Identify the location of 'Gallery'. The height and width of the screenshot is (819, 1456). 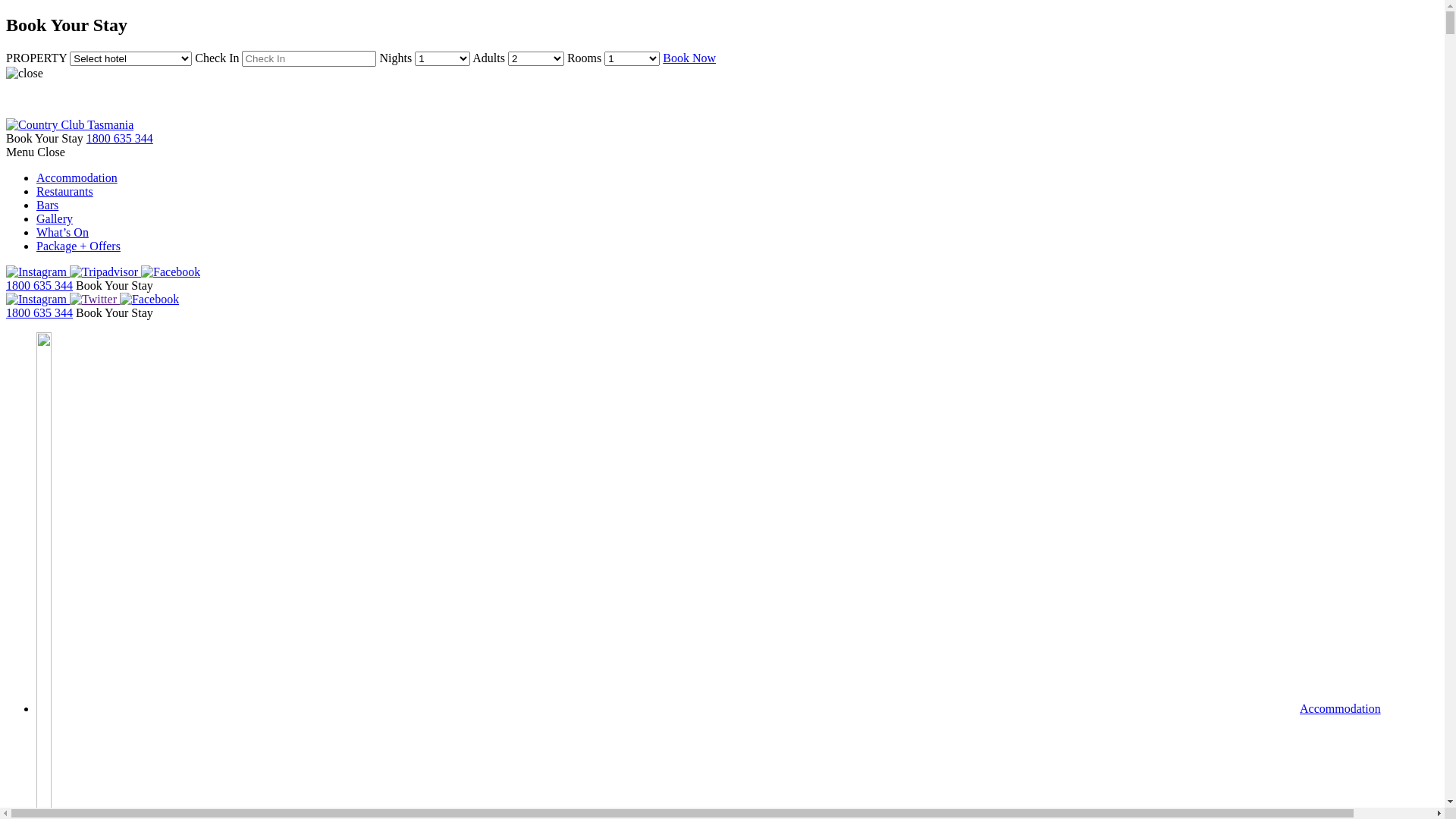
(55, 218).